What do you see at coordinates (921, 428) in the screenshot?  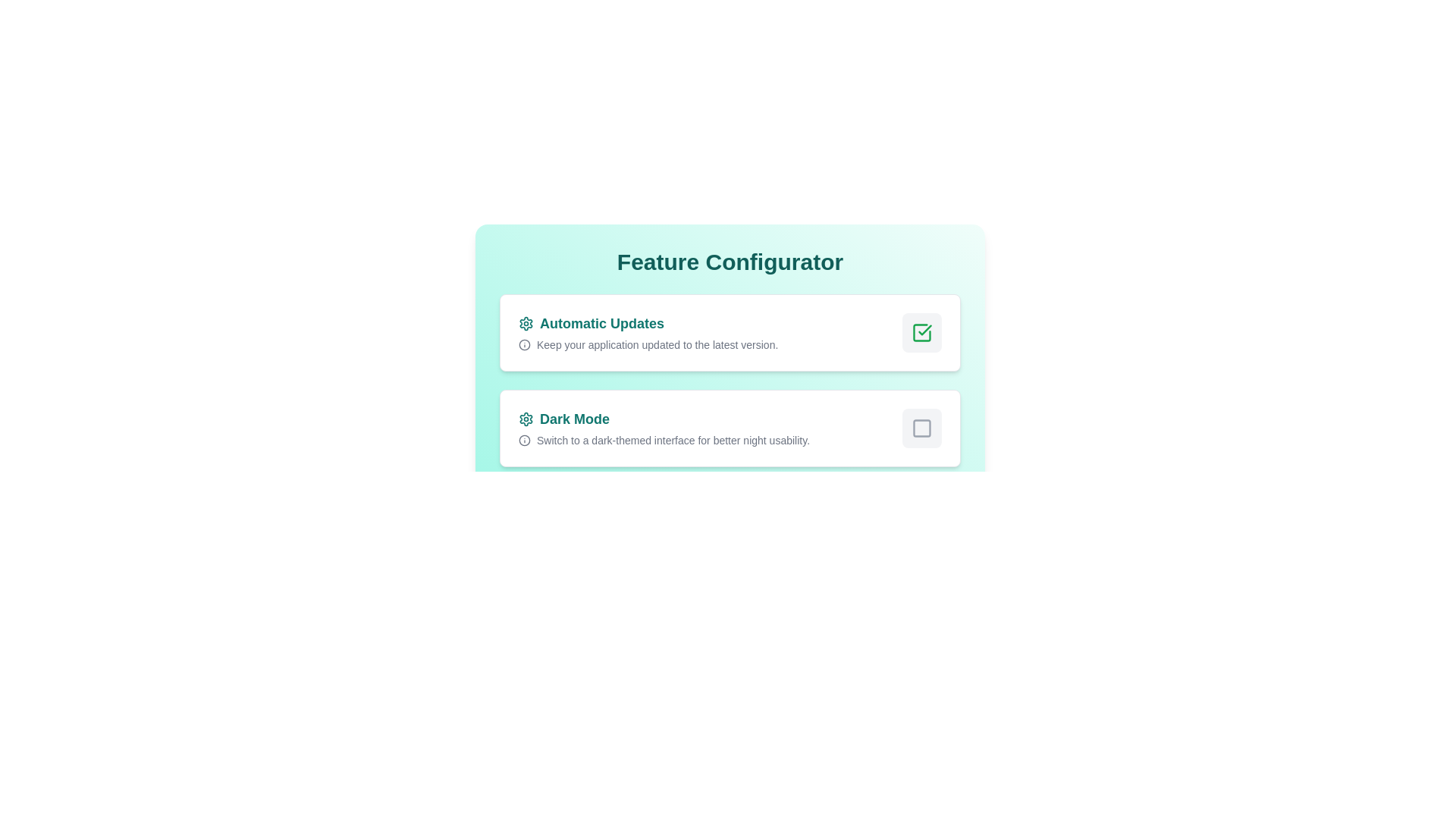 I see `the Rectangle SVG element that serves as a visual indicator for the 'Dark Mode' feature in the feature configurator interface` at bounding box center [921, 428].